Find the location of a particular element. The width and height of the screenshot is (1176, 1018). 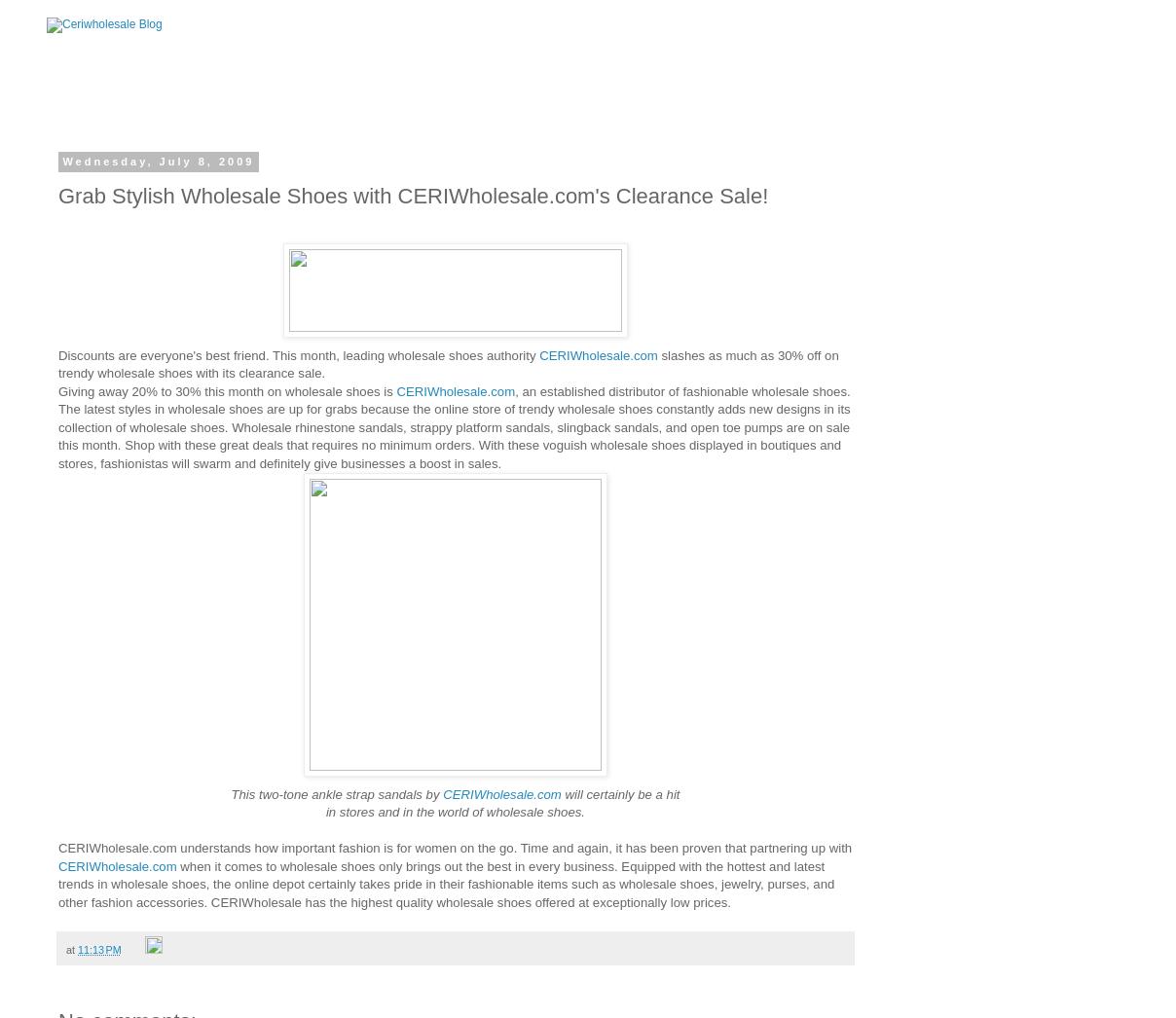

'will certainly be a hit' is located at coordinates (618, 794).